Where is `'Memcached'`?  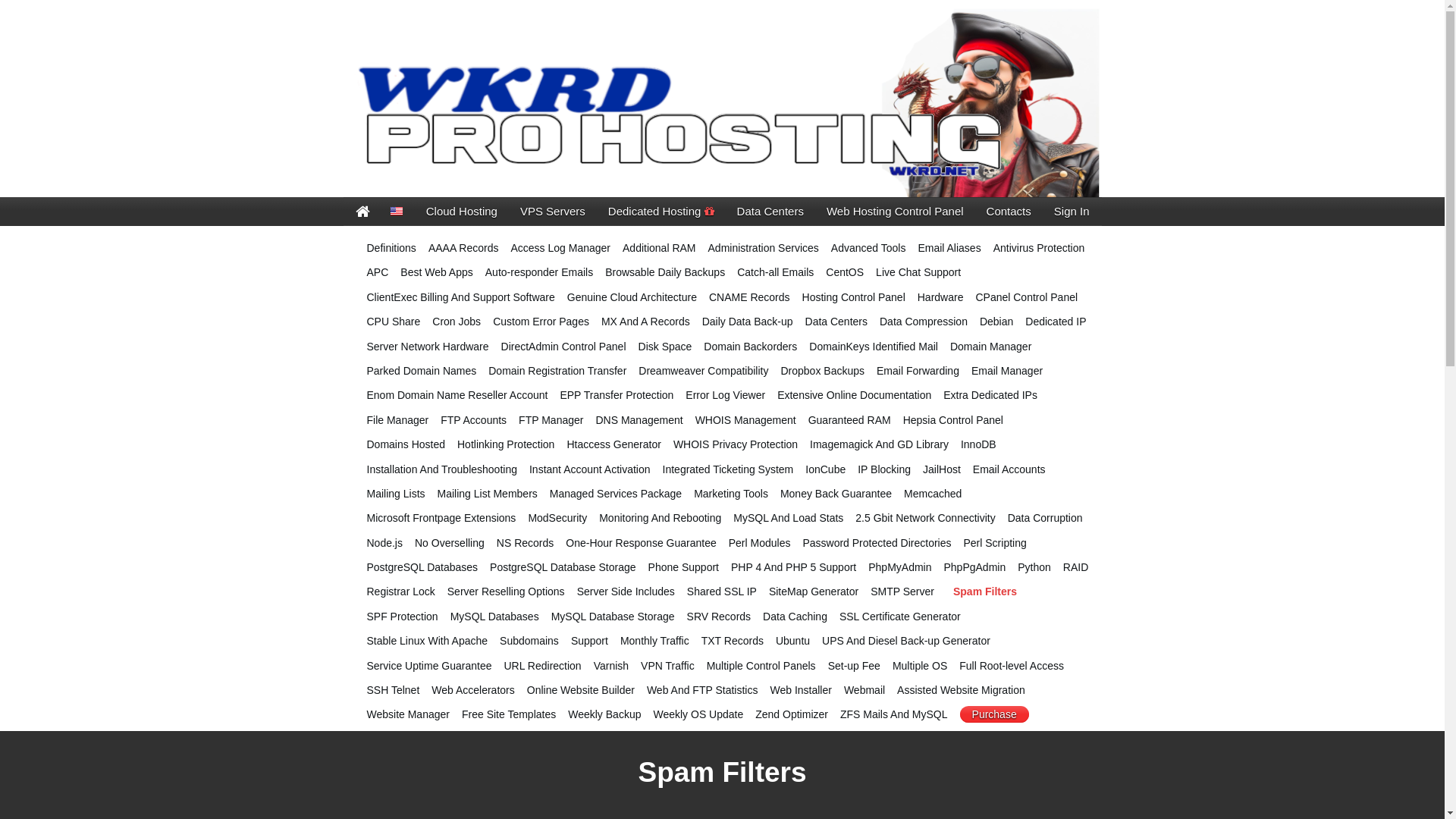 'Memcached' is located at coordinates (931, 494).